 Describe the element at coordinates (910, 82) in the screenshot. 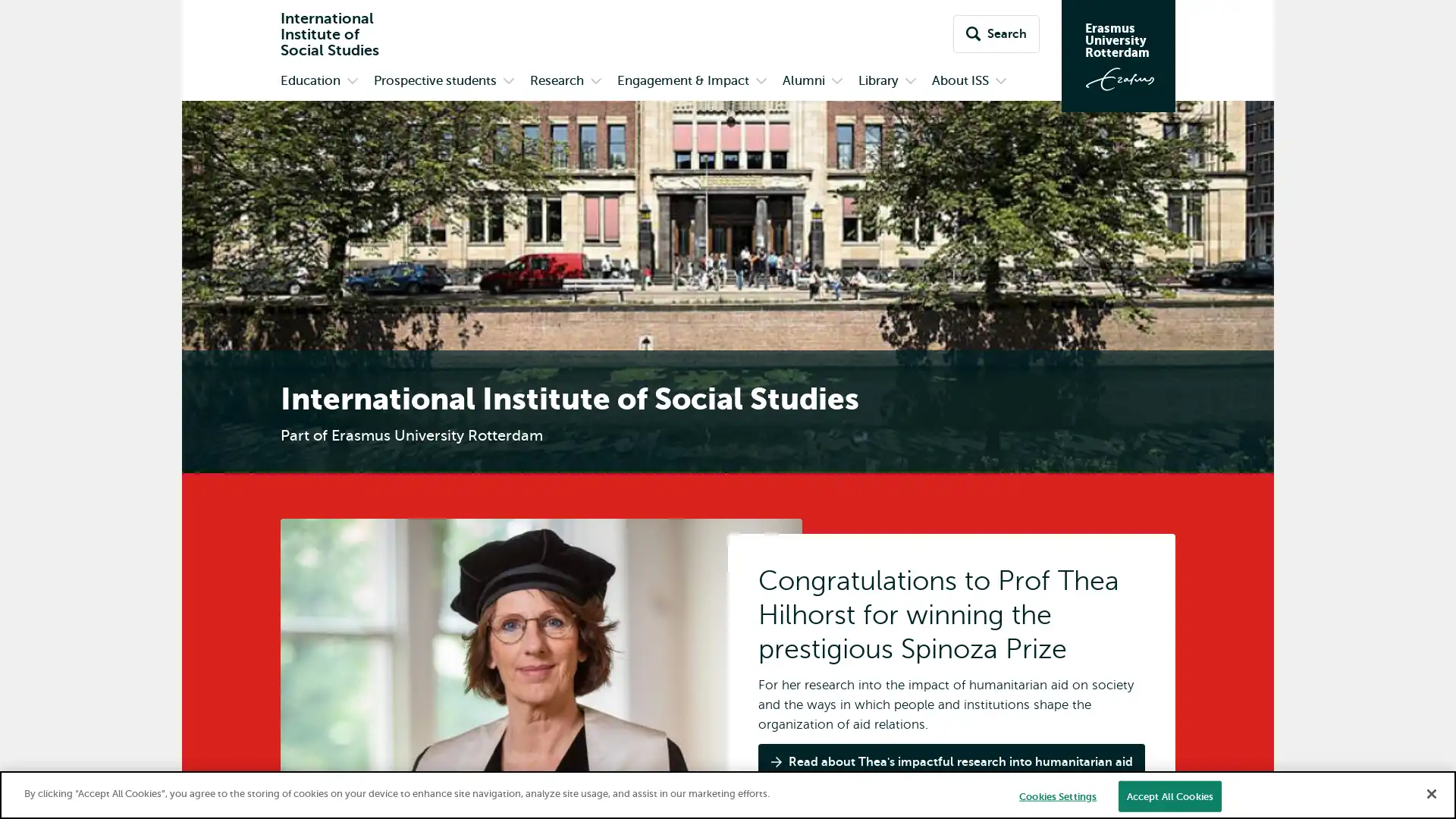

I see `Open submenu` at that location.